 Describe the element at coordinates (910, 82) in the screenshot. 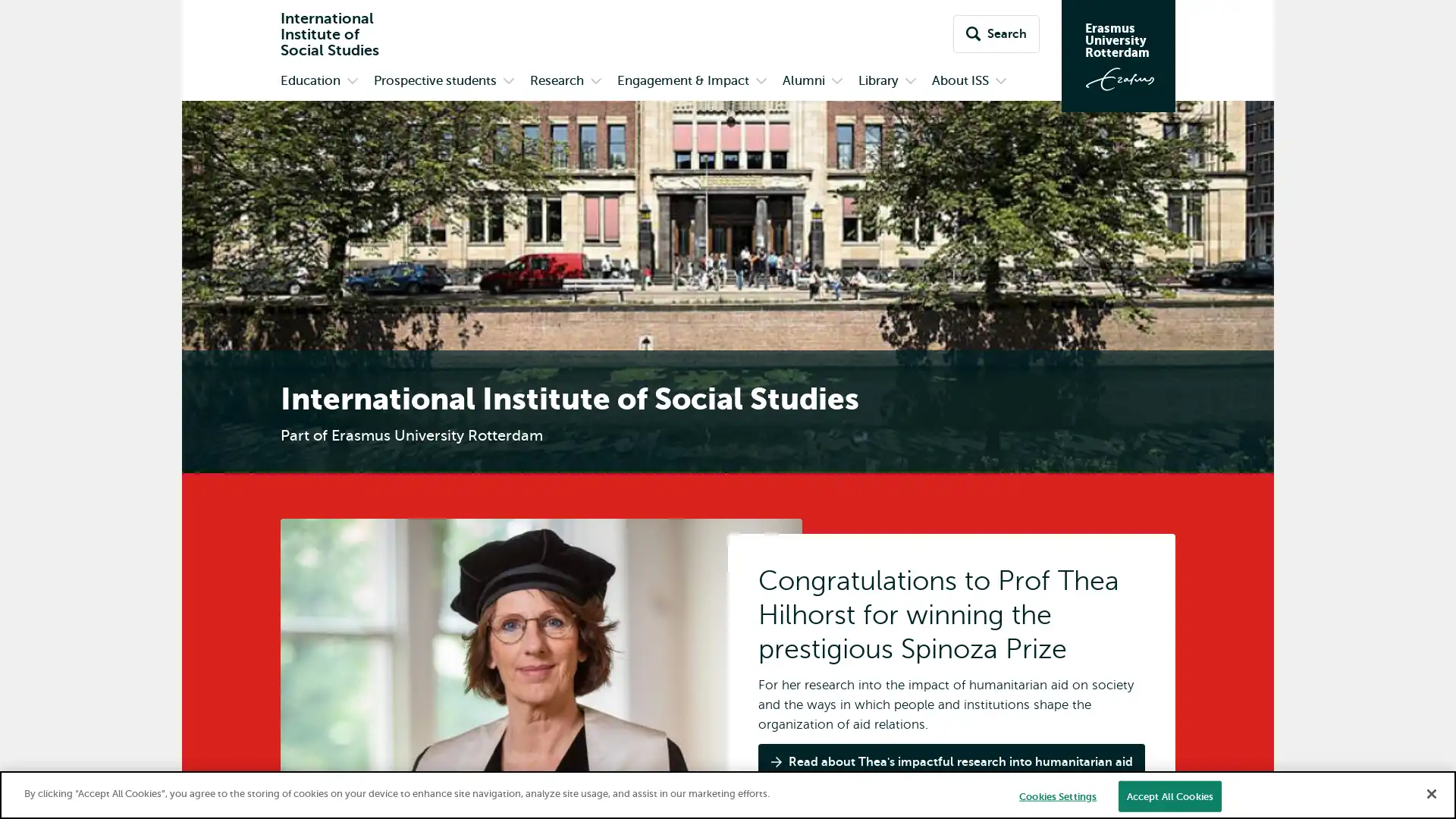

I see `Open submenu` at that location.